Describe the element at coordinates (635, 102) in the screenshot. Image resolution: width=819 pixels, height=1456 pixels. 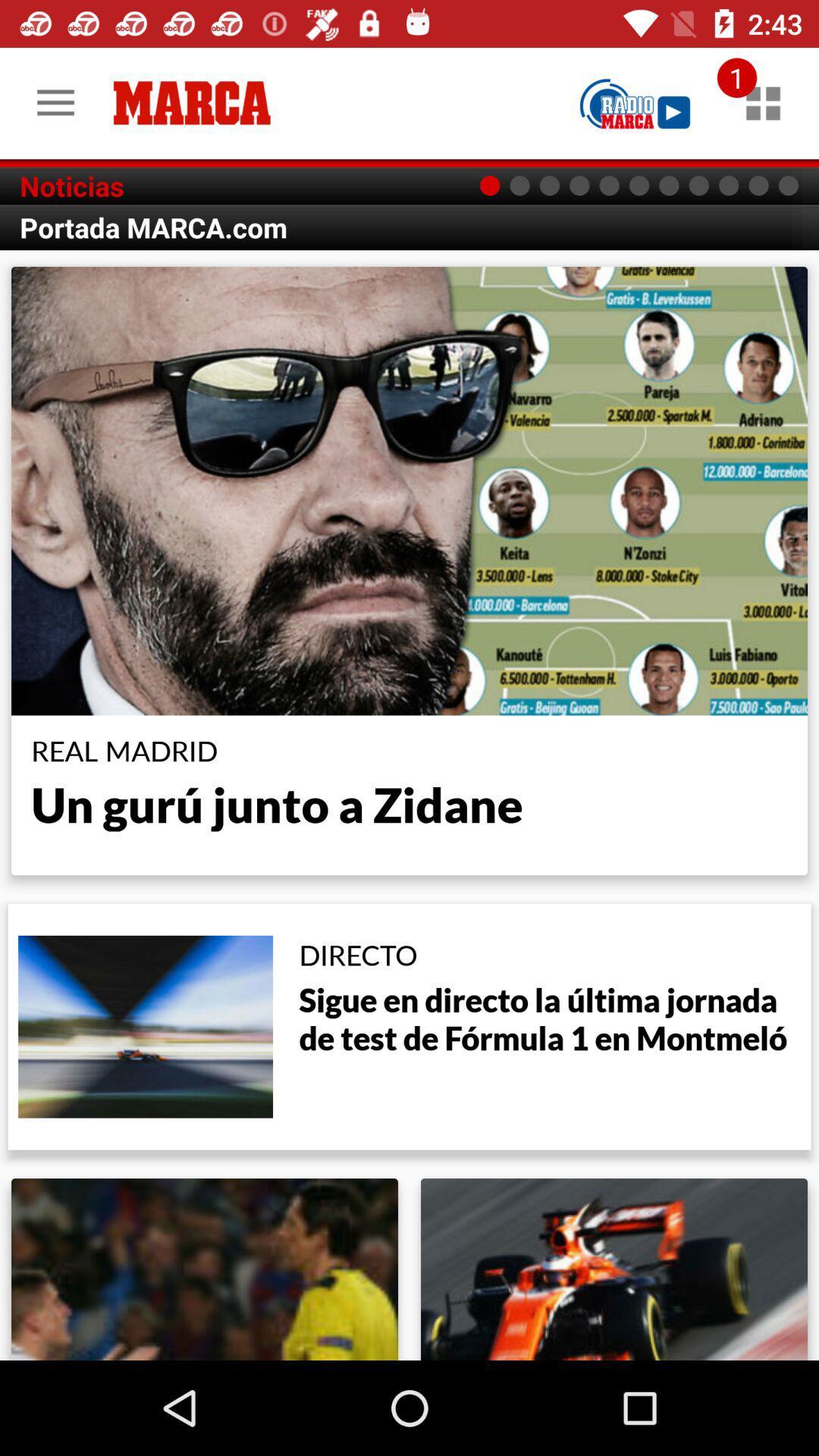
I see `the radio` at that location.